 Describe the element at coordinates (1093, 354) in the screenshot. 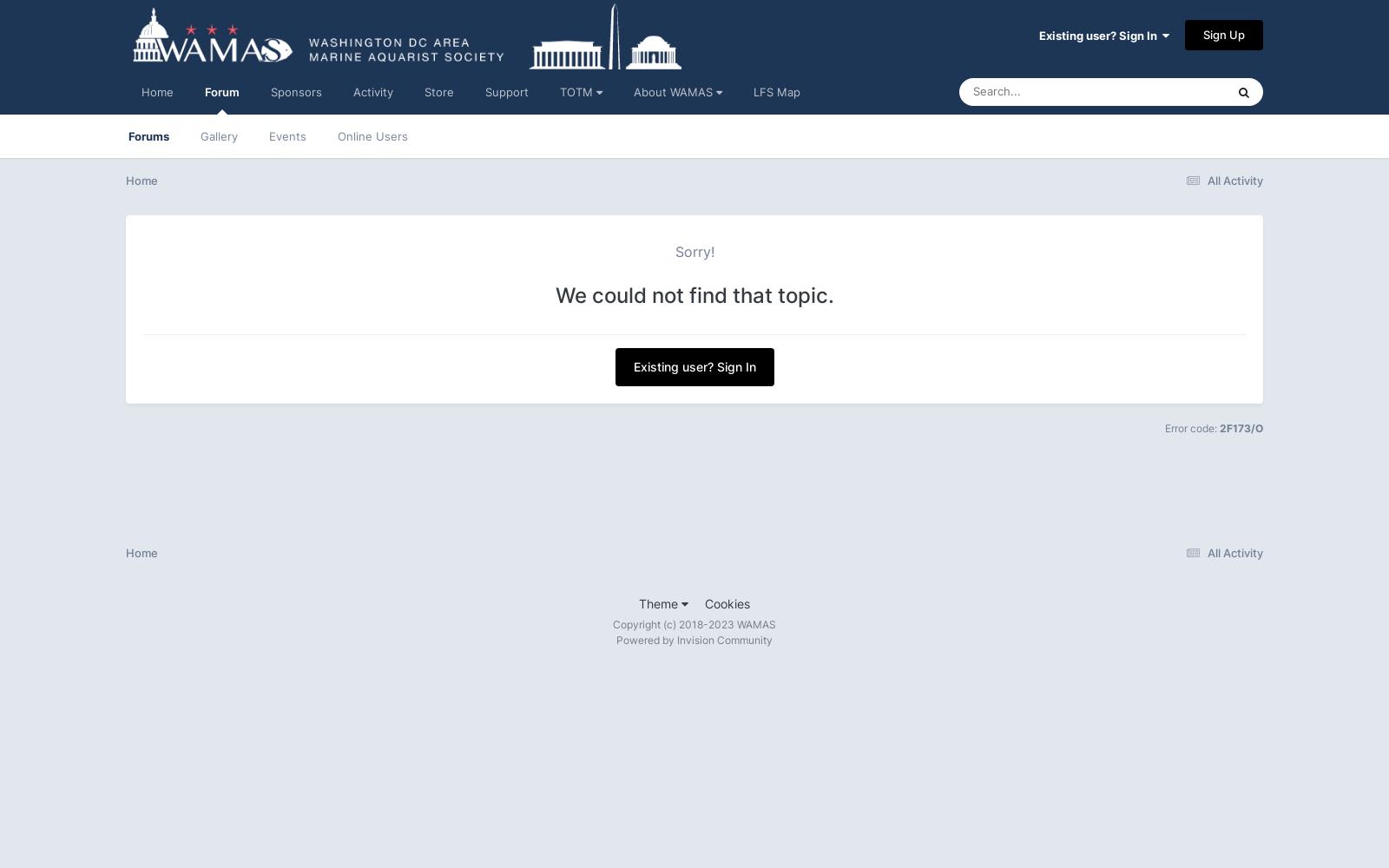

I see `'Members'` at that location.